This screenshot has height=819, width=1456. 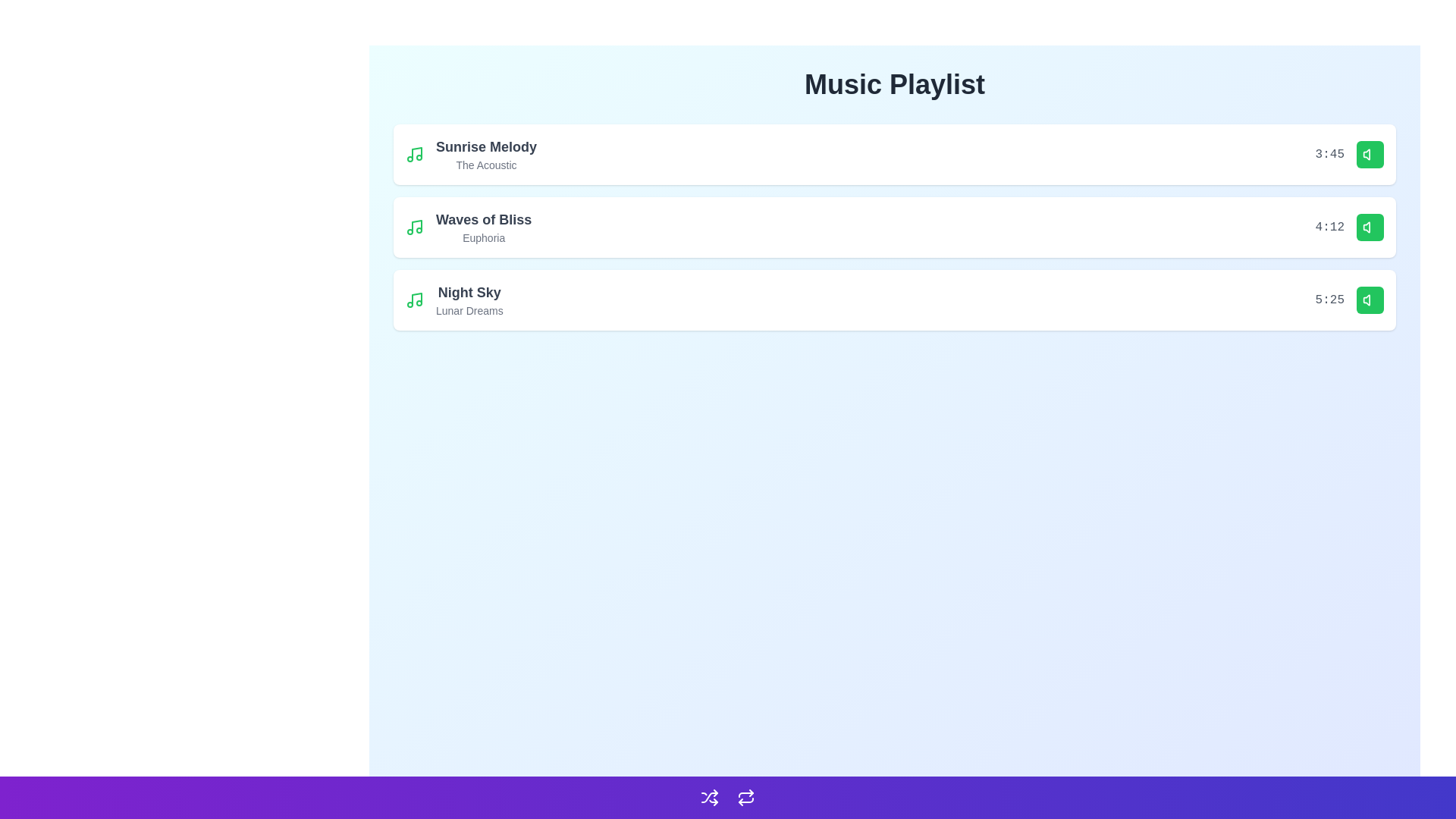 I want to click on the music entry icon located at the far left of the first entry in the playlist, adjacent to the titles 'Sunrise Melody' and 'The Acoustic', so click(x=415, y=155).